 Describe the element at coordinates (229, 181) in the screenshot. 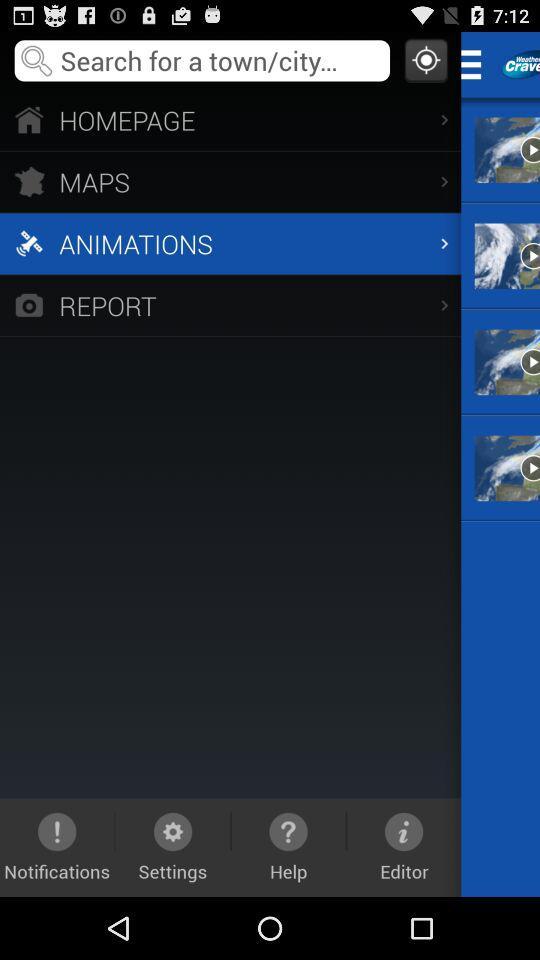

I see `app below the homepage` at that location.